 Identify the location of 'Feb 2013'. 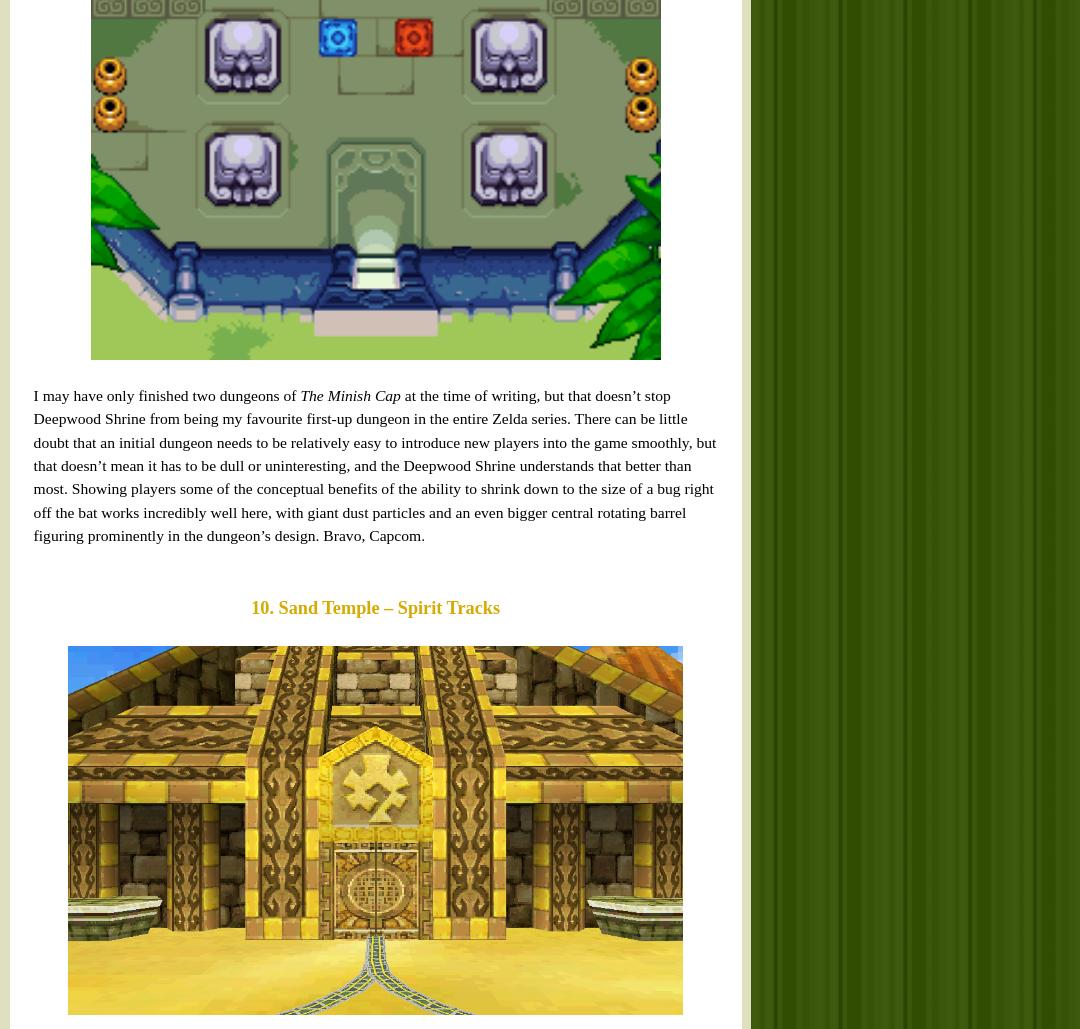
(715, 394).